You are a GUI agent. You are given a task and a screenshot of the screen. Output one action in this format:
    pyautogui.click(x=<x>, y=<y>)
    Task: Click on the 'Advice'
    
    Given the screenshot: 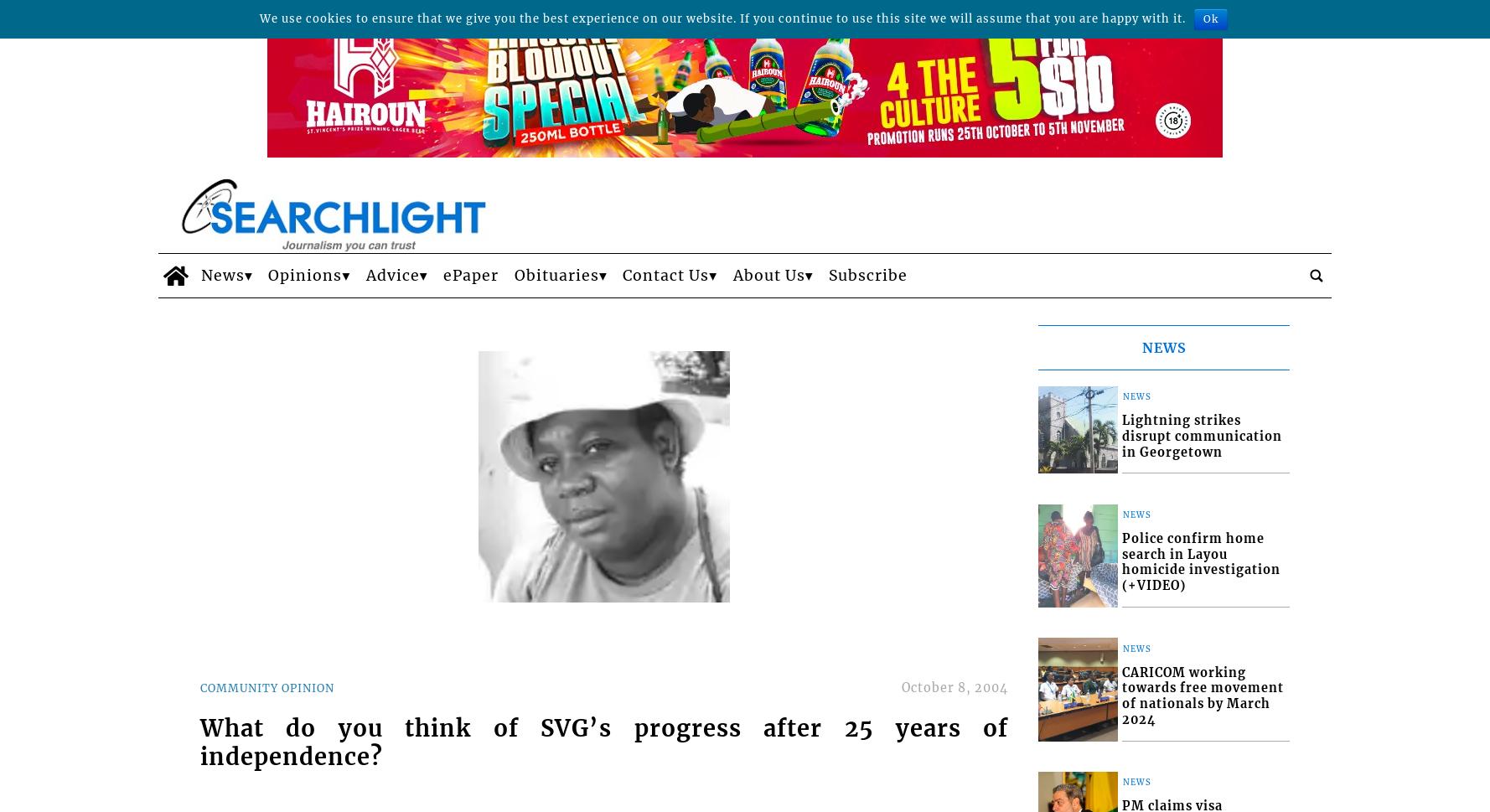 What is the action you would take?
    pyautogui.click(x=391, y=274)
    